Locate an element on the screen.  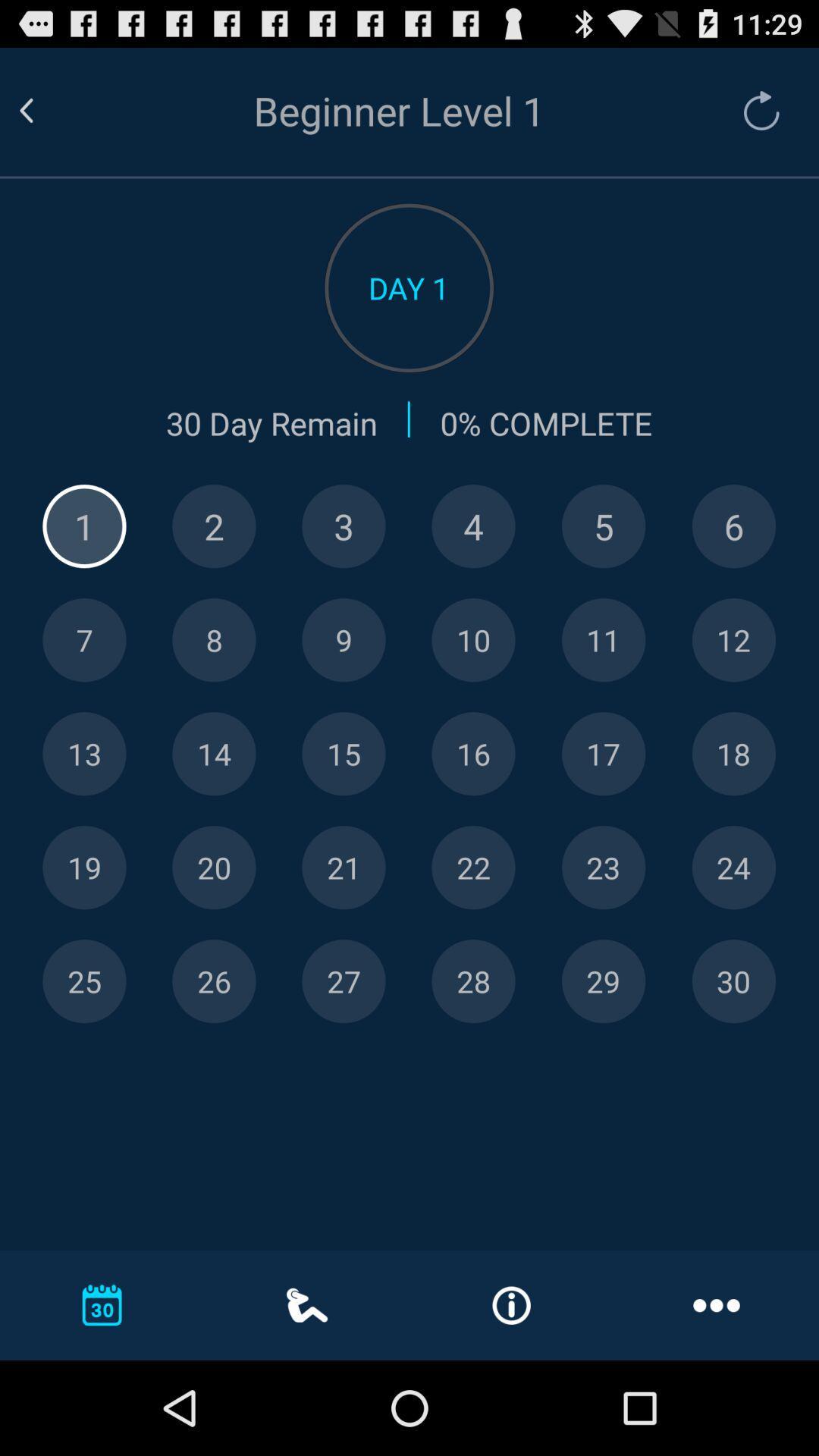
day select button is located at coordinates (733, 868).